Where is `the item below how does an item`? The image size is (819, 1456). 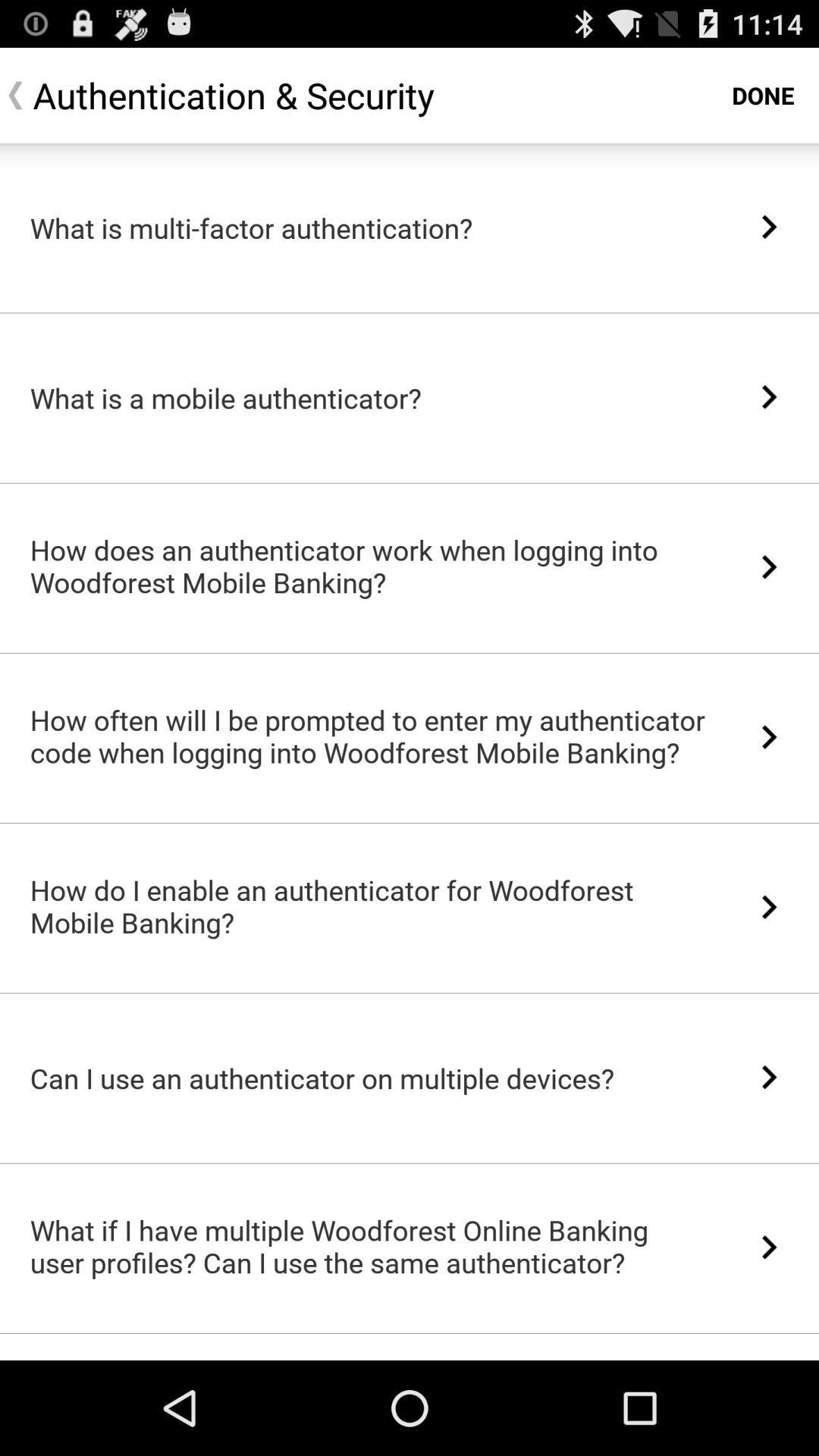
the item below how does an item is located at coordinates (409, 653).